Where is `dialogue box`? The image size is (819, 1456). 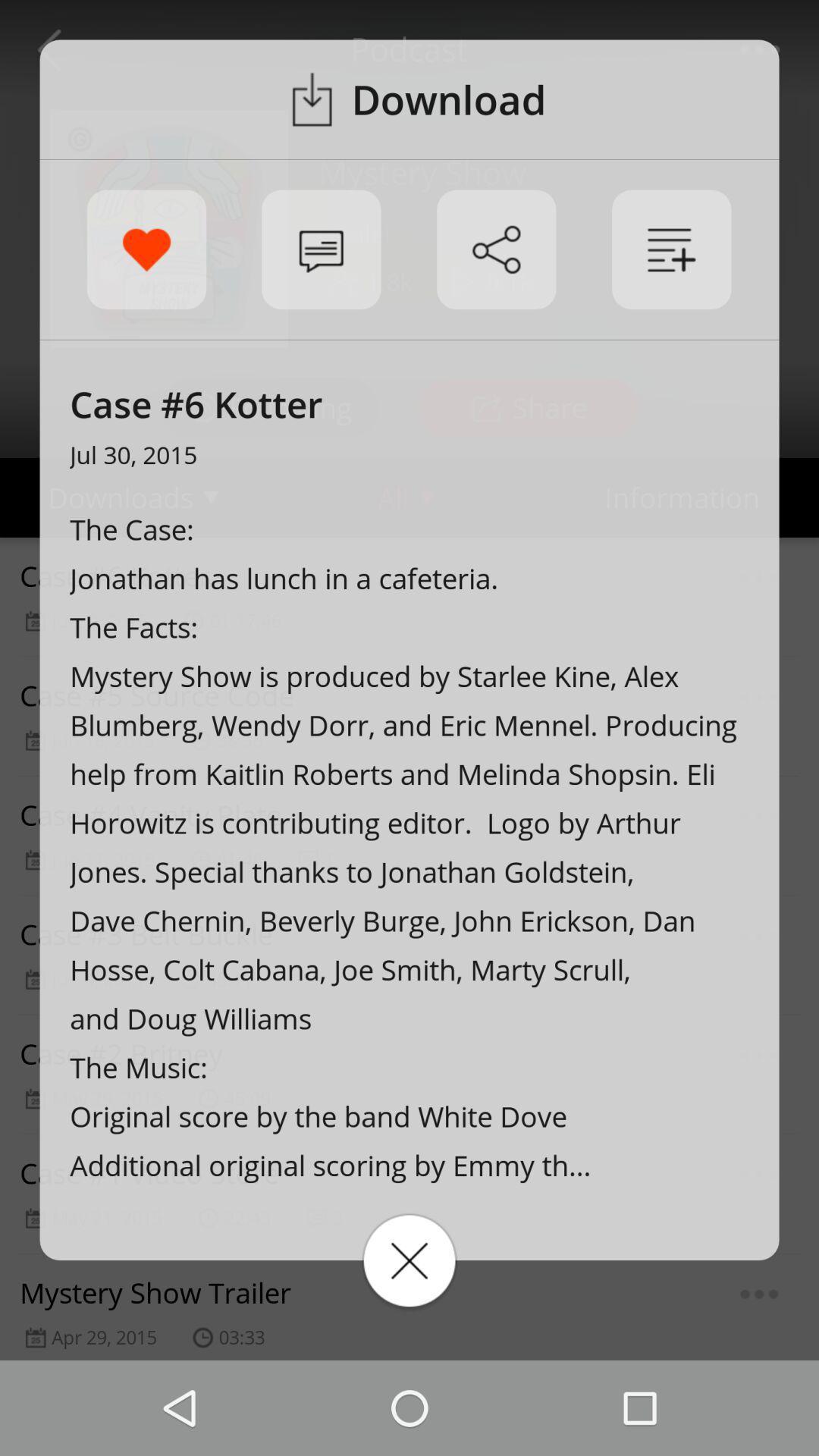
dialogue box is located at coordinates (409, 1260).